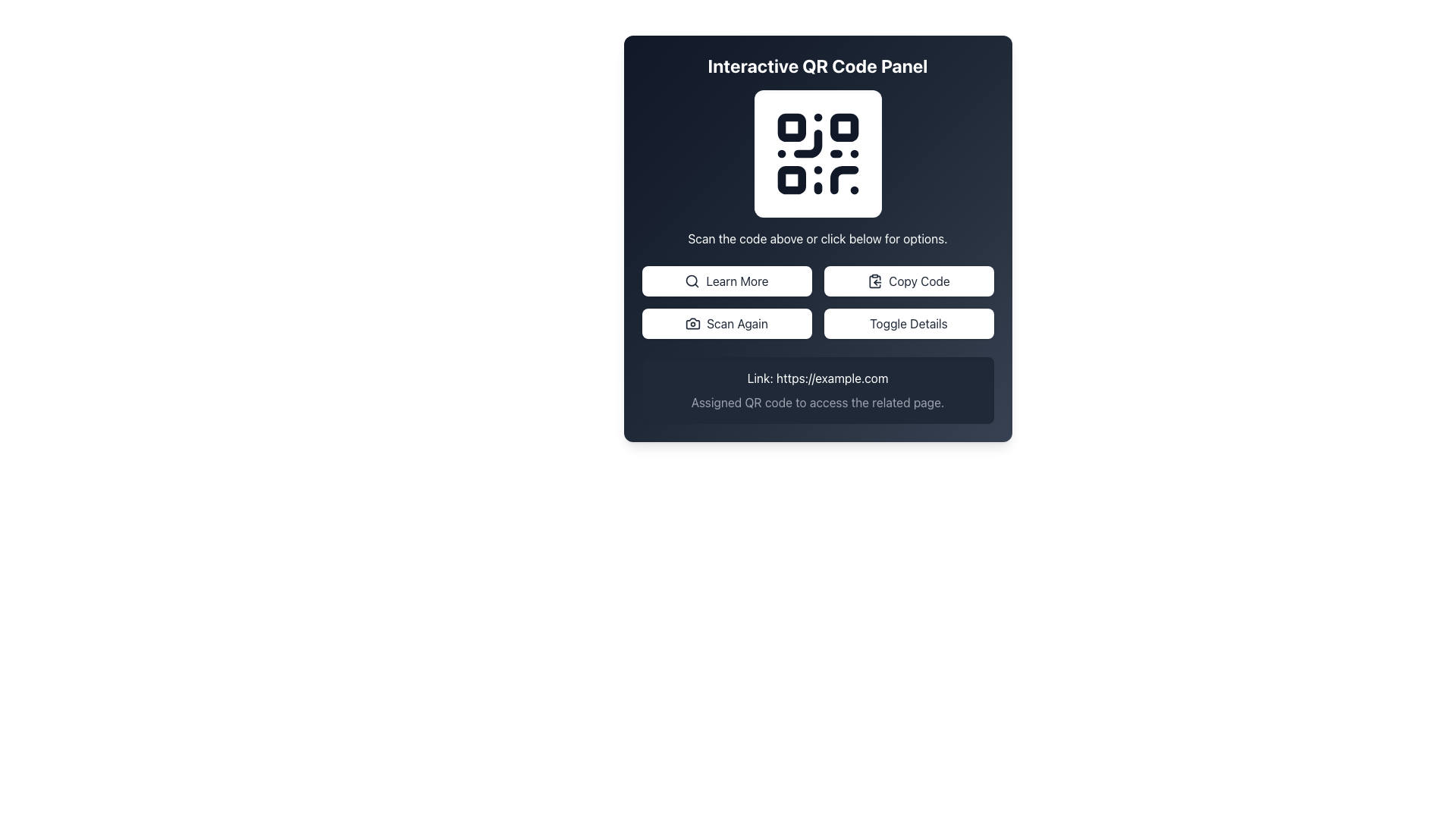 This screenshot has width=1456, height=819. I want to click on the 'Scan Again' button using keyboard navigation, so click(726, 323).